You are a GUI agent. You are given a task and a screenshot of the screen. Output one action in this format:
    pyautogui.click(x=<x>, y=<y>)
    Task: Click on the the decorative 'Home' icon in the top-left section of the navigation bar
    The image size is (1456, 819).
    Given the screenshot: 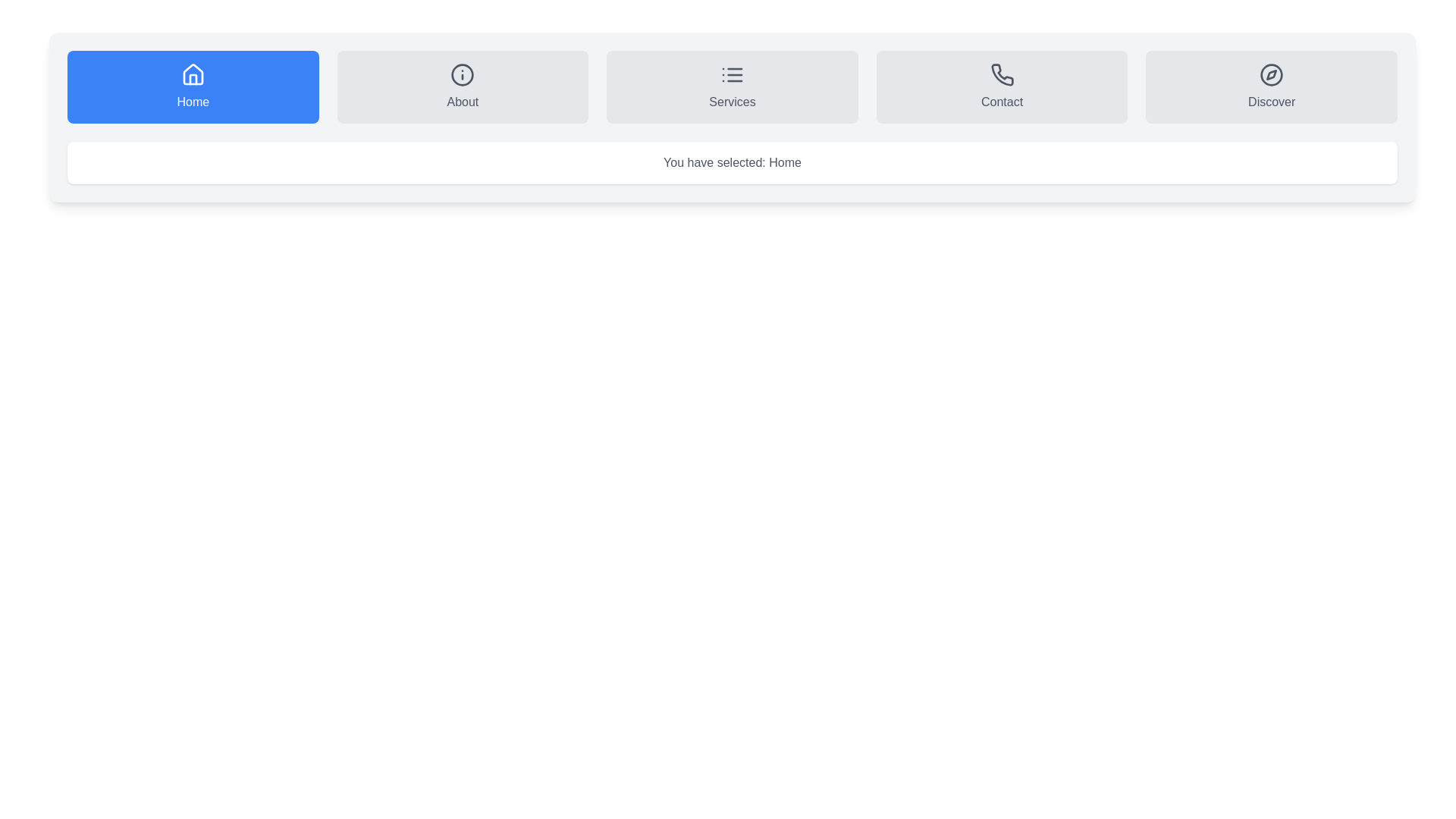 What is the action you would take?
    pyautogui.click(x=192, y=74)
    